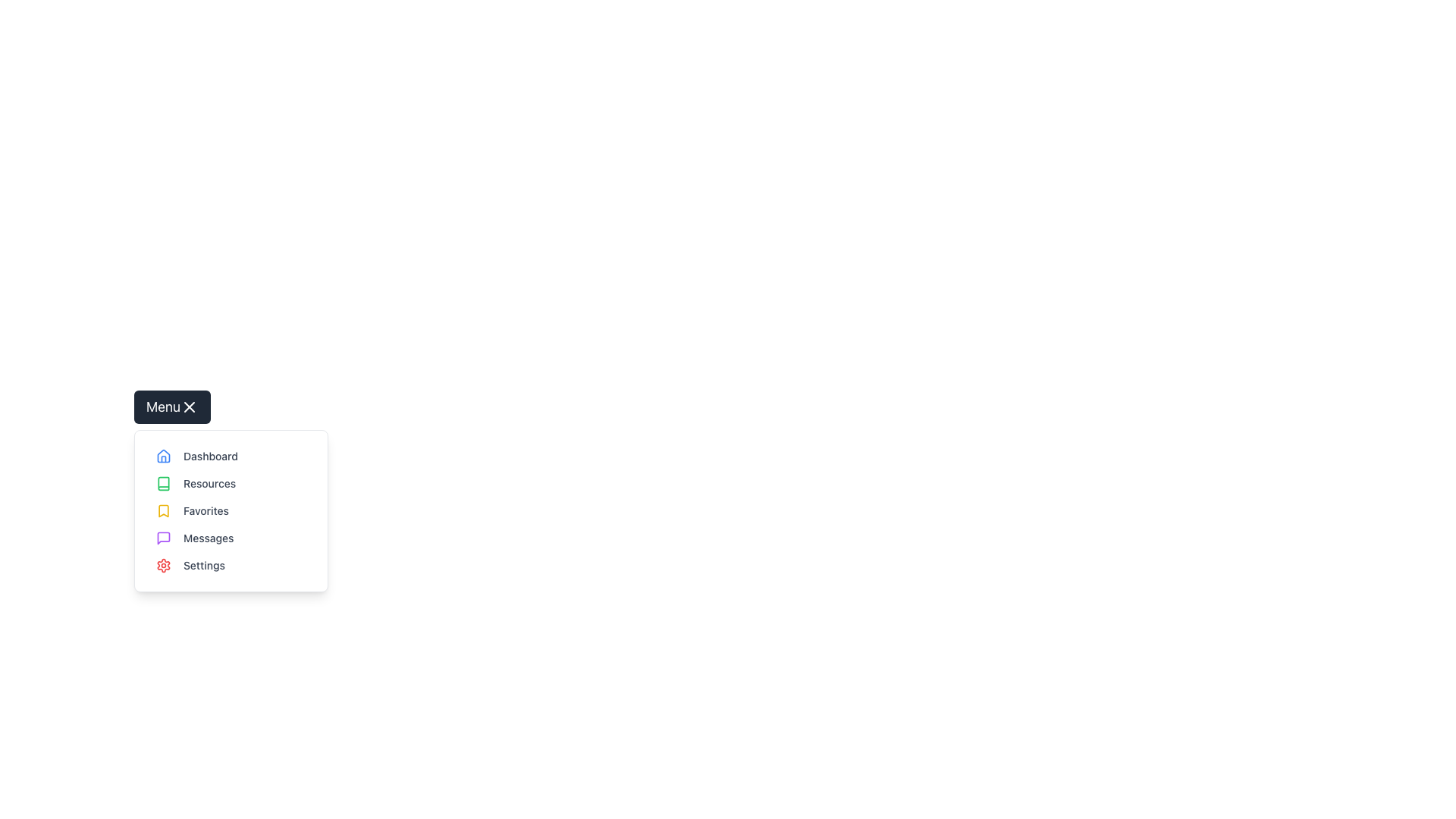 This screenshot has height=819, width=1456. I want to click on the 'Resources' menu icon located in the second row of the dropdown, adjacent to the text label 'Resources', so click(164, 483).